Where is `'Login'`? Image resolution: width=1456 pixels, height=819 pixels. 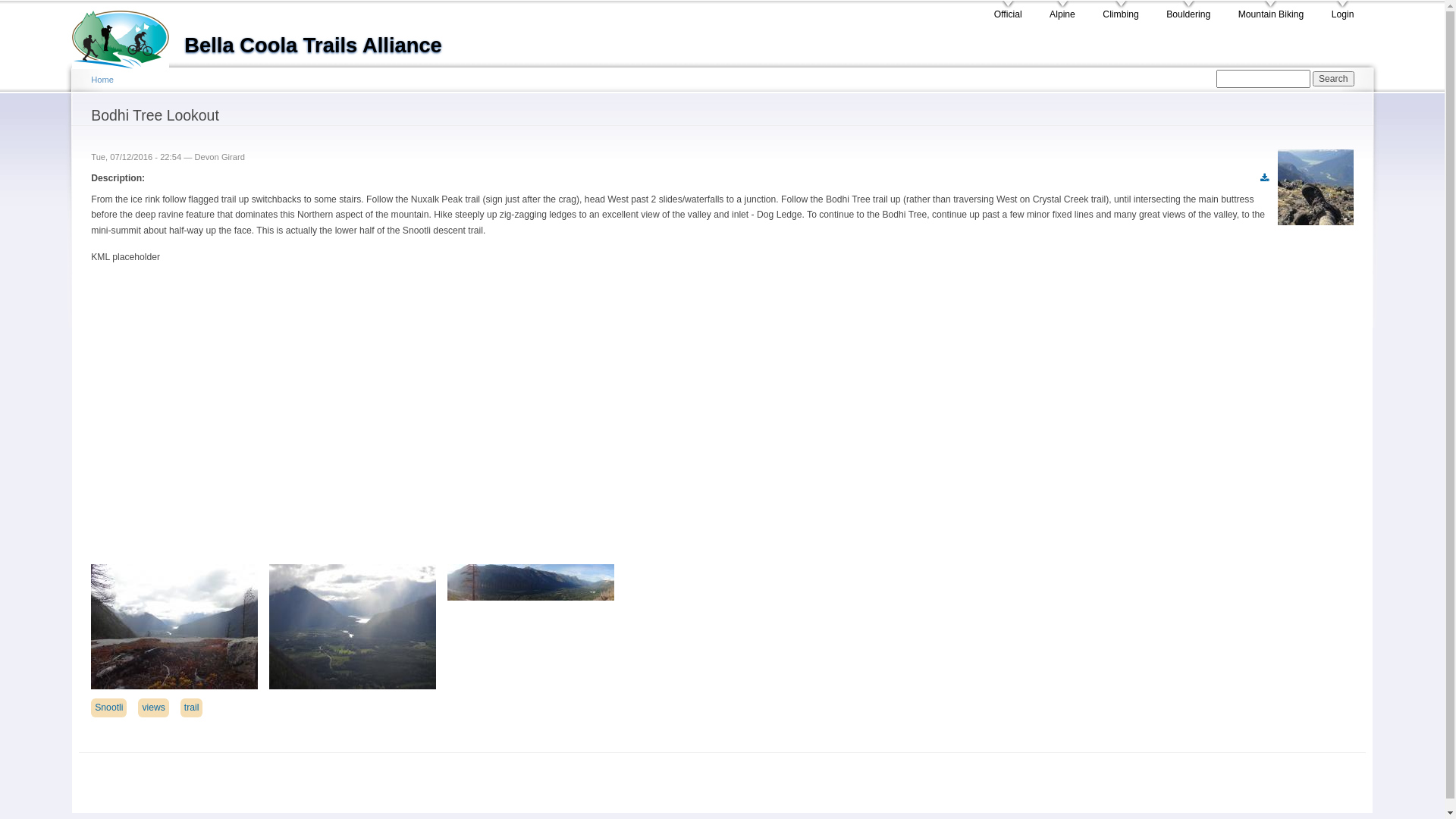
'Login' is located at coordinates (1343, 11).